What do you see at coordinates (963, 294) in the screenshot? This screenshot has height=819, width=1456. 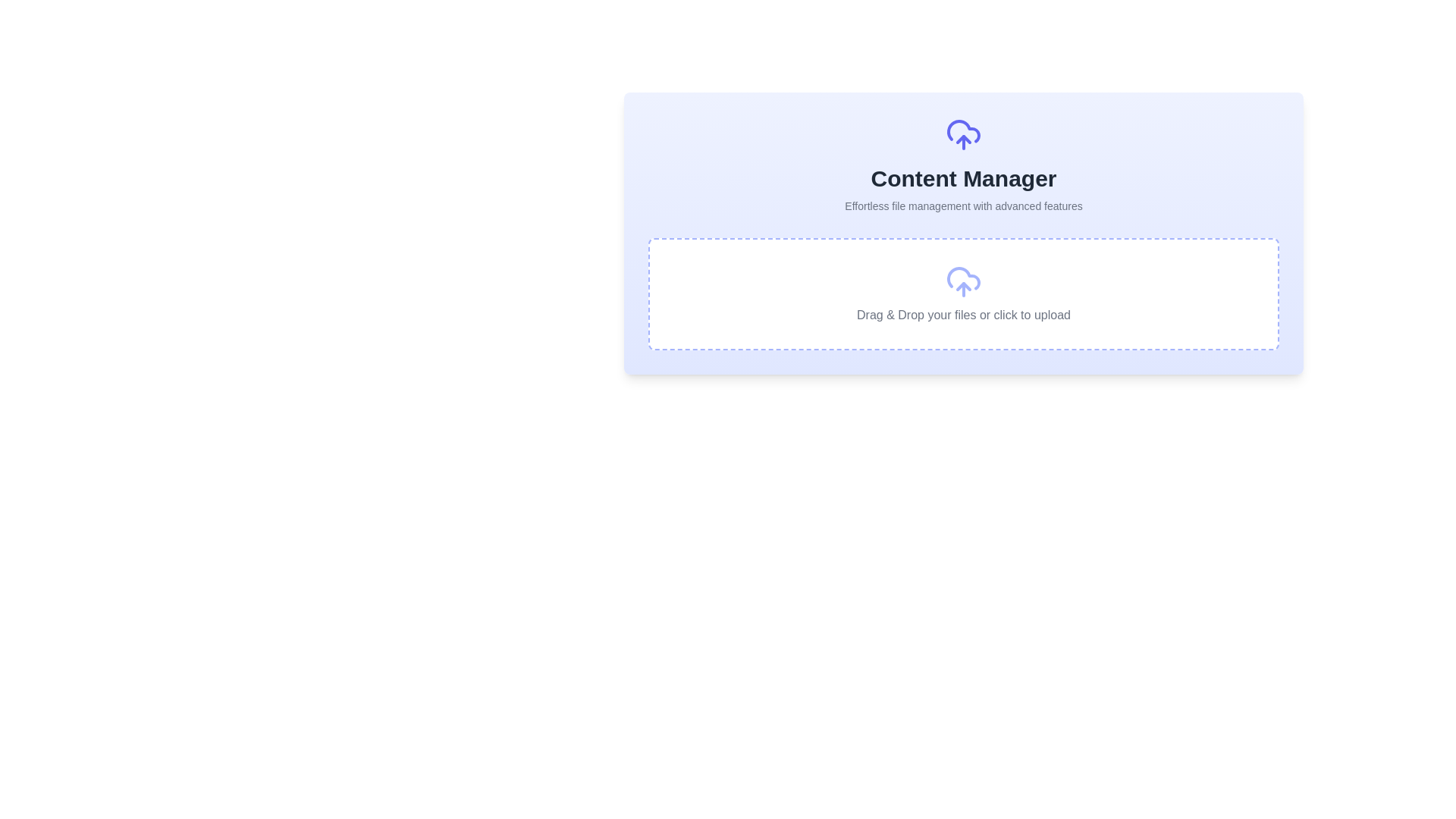 I see `files onto the File upload area, which is characterized by a dashed blue border and white background, featuring a cloud upload icon and the text 'Drag & Drop your files or click` at bounding box center [963, 294].